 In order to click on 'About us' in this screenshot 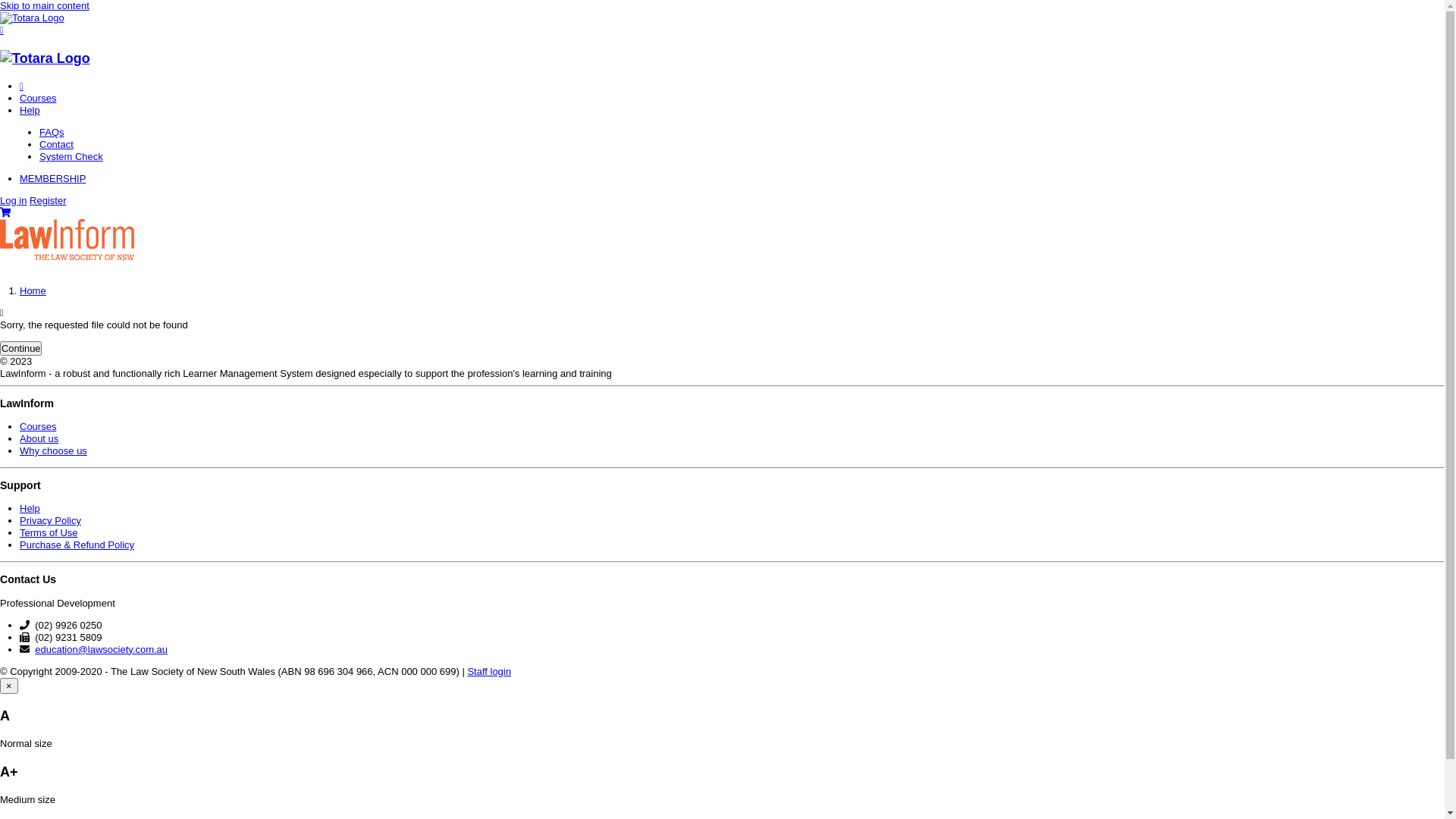, I will do `click(39, 438)`.